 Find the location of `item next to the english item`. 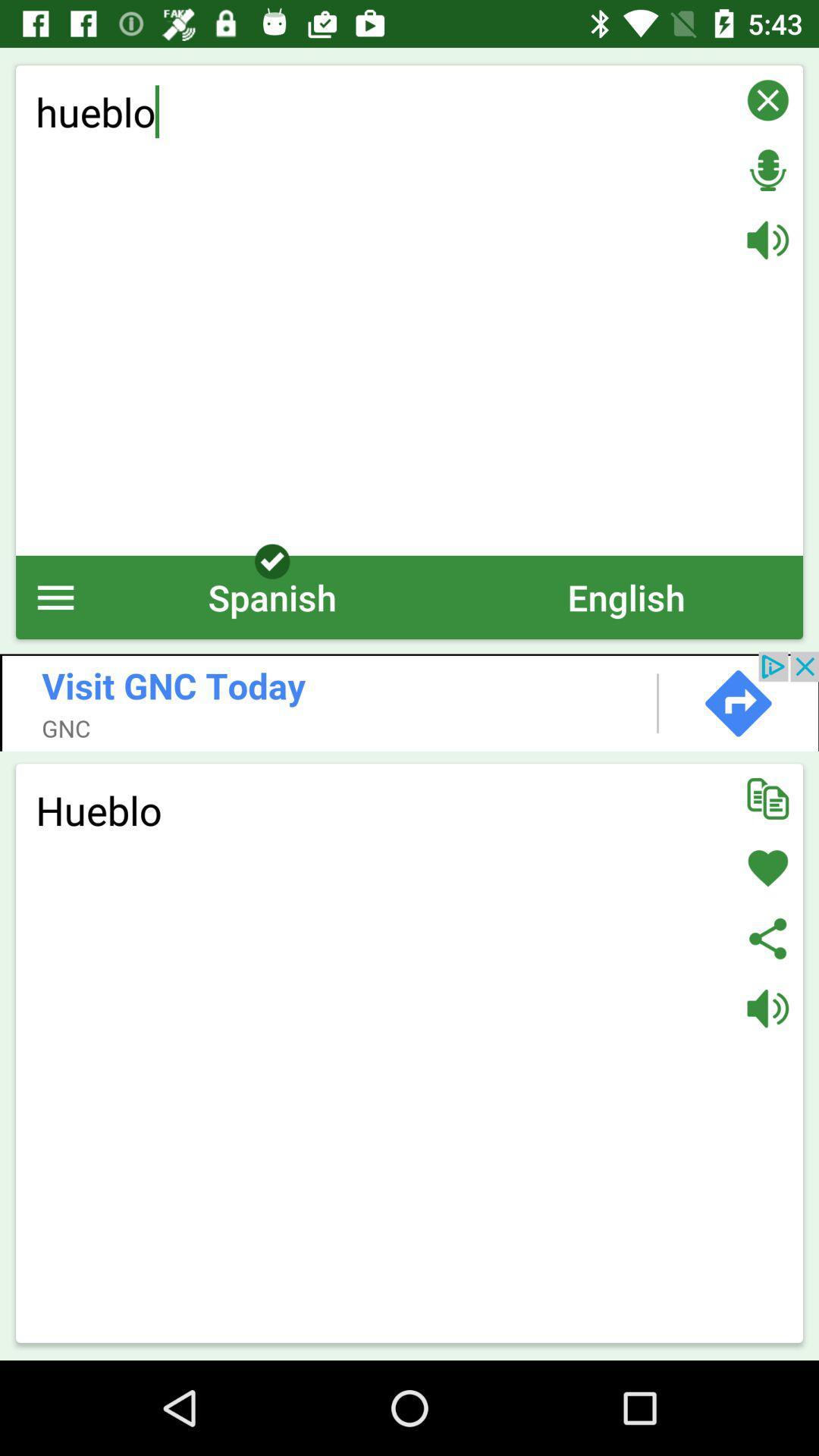

item next to the english item is located at coordinates (271, 596).